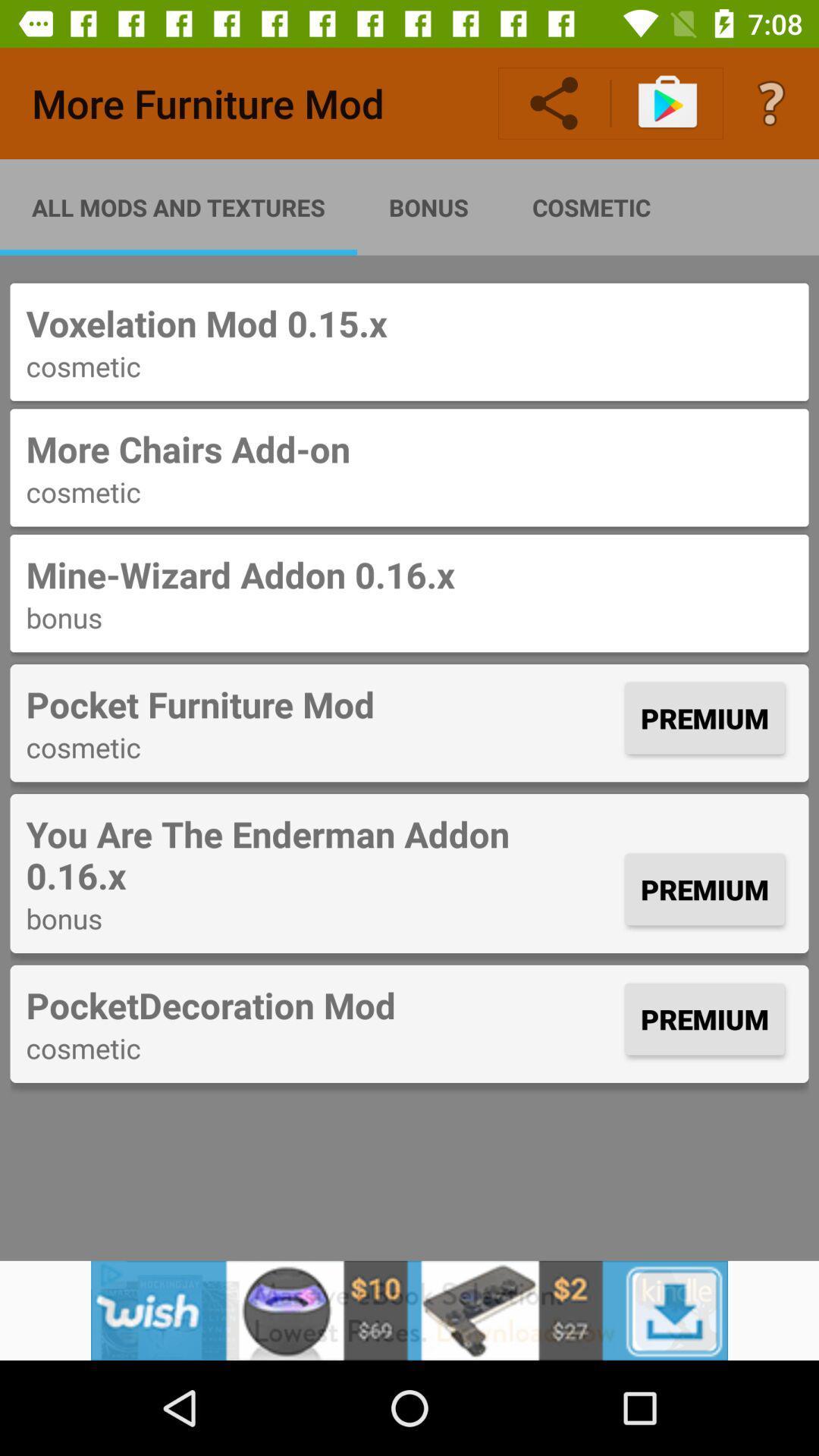  What do you see at coordinates (409, 467) in the screenshot?
I see `the text from second row` at bounding box center [409, 467].